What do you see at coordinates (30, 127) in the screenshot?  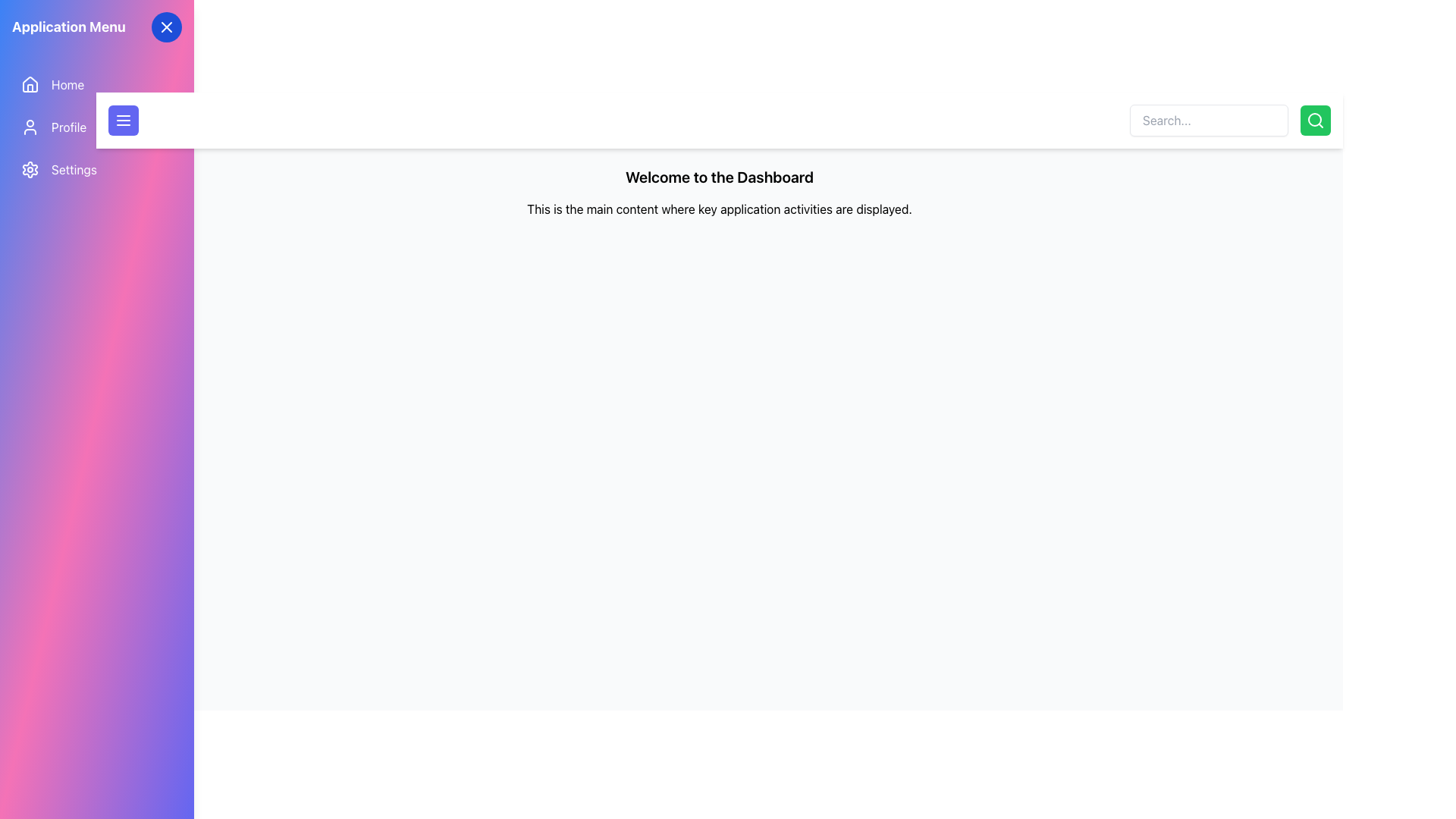 I see `the 'Profile' icon in the left sidebar navigation menu, which visually represents the 'Profile' menu item` at bounding box center [30, 127].